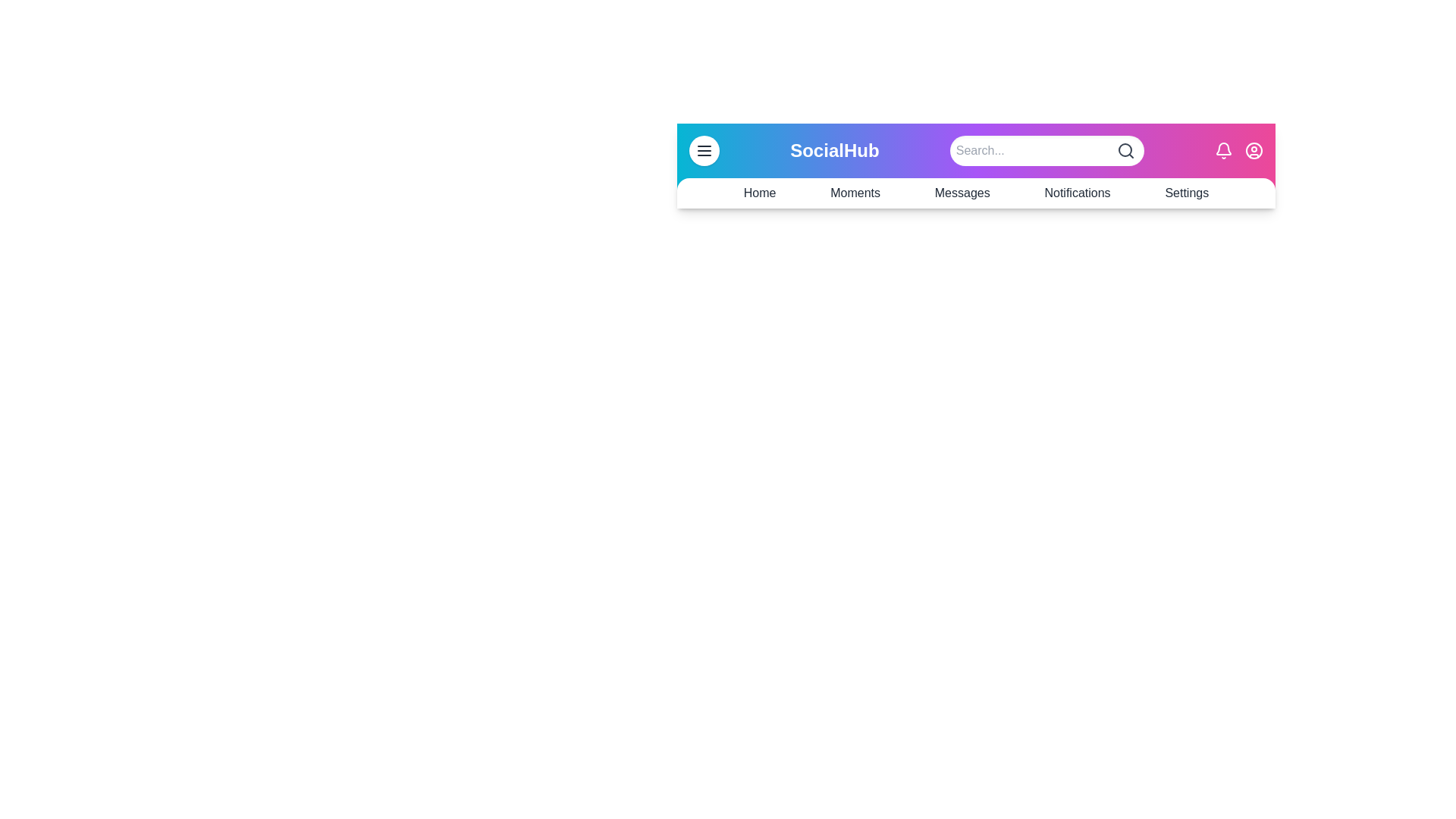 This screenshot has height=819, width=1456. I want to click on the search bar and type the text 'example', so click(1046, 151).